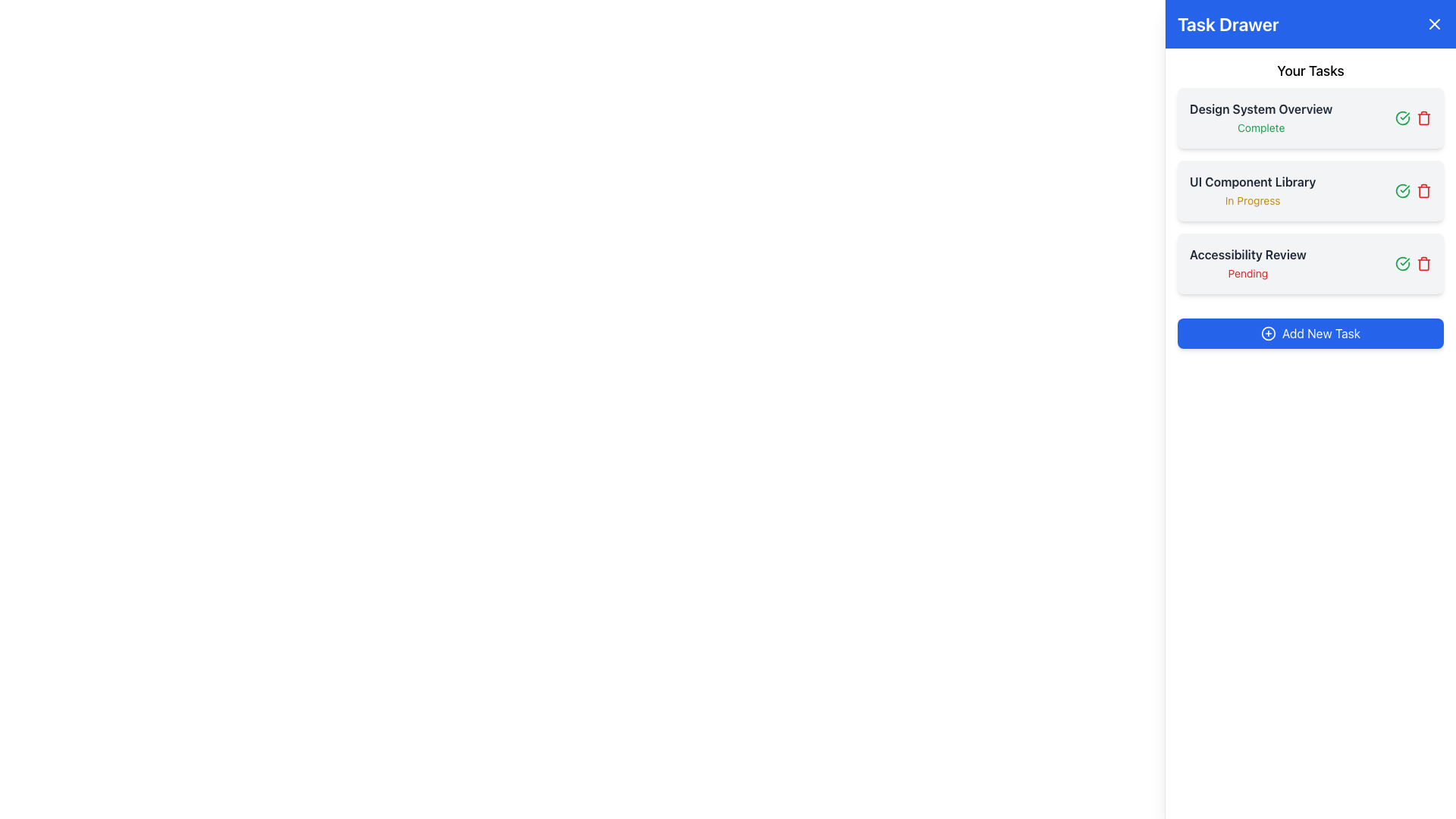 The height and width of the screenshot is (819, 1456). What do you see at coordinates (1261, 108) in the screenshot?
I see `the text label that serves as a title or identifier for the corresponding task in the 'Your Tasks' section of the 'Task Drawer' sidebar, located above the green 'Complete' status text` at bounding box center [1261, 108].